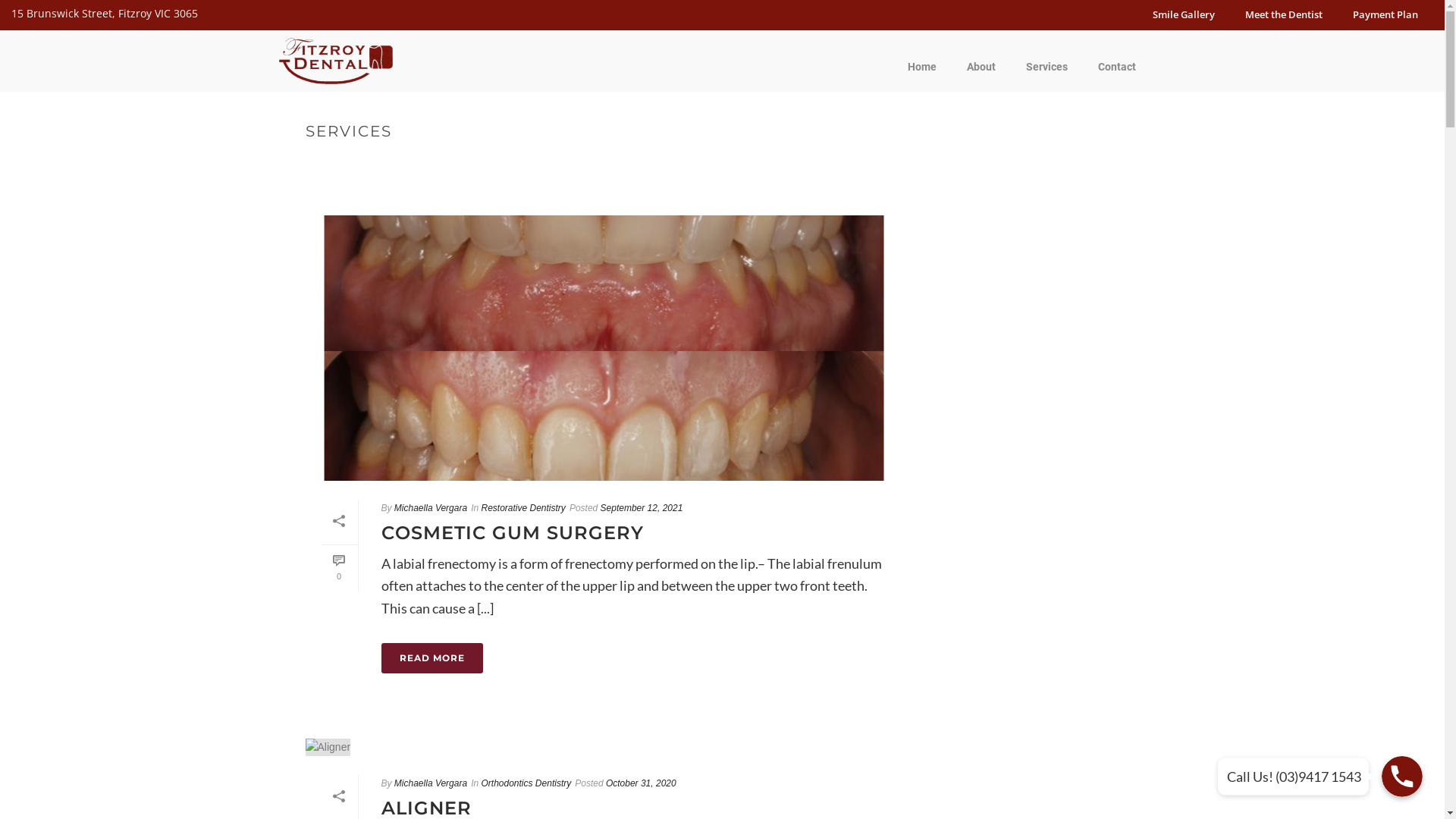  What do you see at coordinates (431, 657) in the screenshot?
I see `'READ MORE'` at bounding box center [431, 657].